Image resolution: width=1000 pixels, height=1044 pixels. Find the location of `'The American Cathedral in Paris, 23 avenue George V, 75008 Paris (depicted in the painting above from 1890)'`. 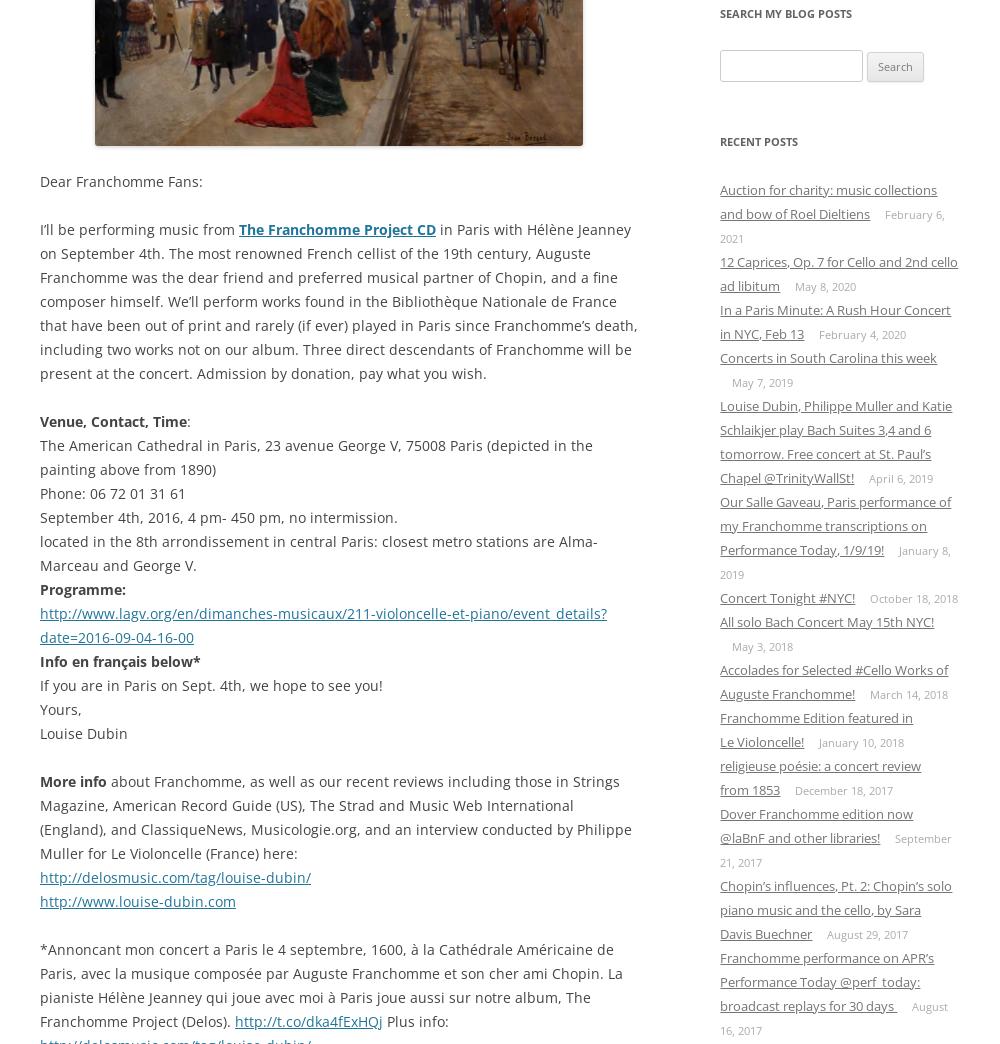

'The American Cathedral in Paris, 23 avenue George V, 75008 Paris (depicted in the painting above from 1890)' is located at coordinates (40, 455).